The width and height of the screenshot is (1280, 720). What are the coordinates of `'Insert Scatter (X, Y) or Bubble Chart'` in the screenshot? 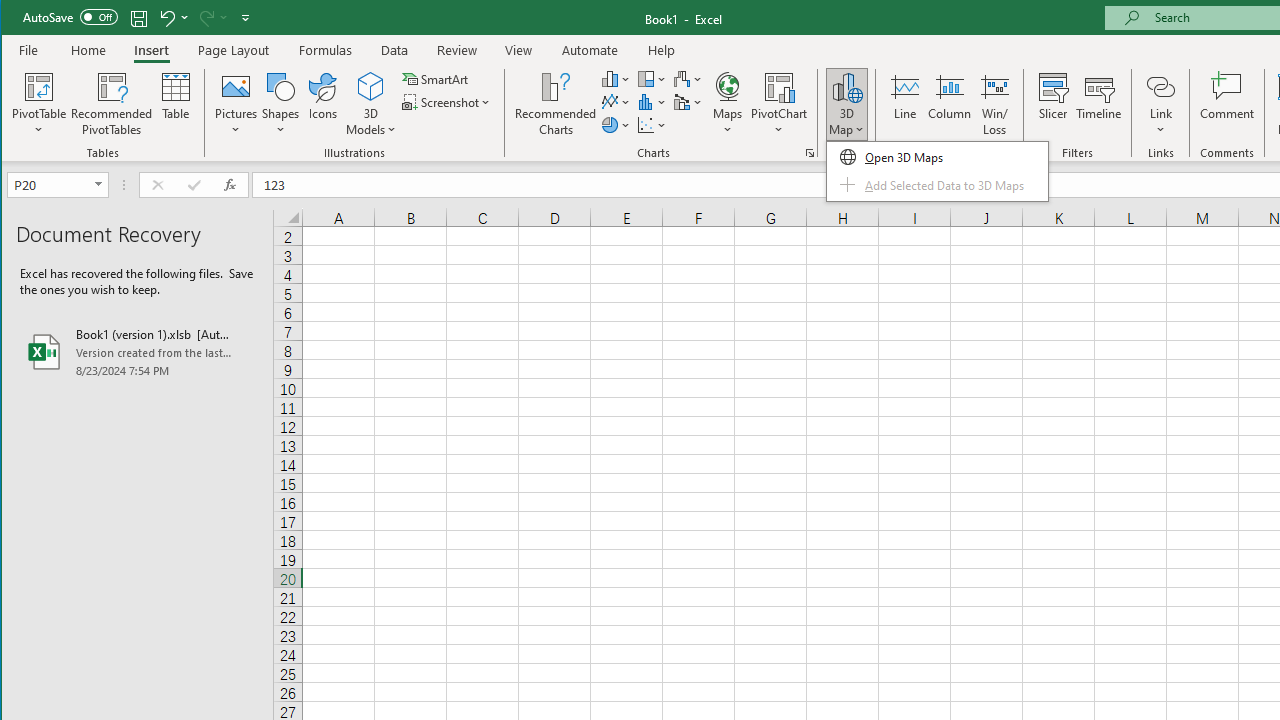 It's located at (652, 125).